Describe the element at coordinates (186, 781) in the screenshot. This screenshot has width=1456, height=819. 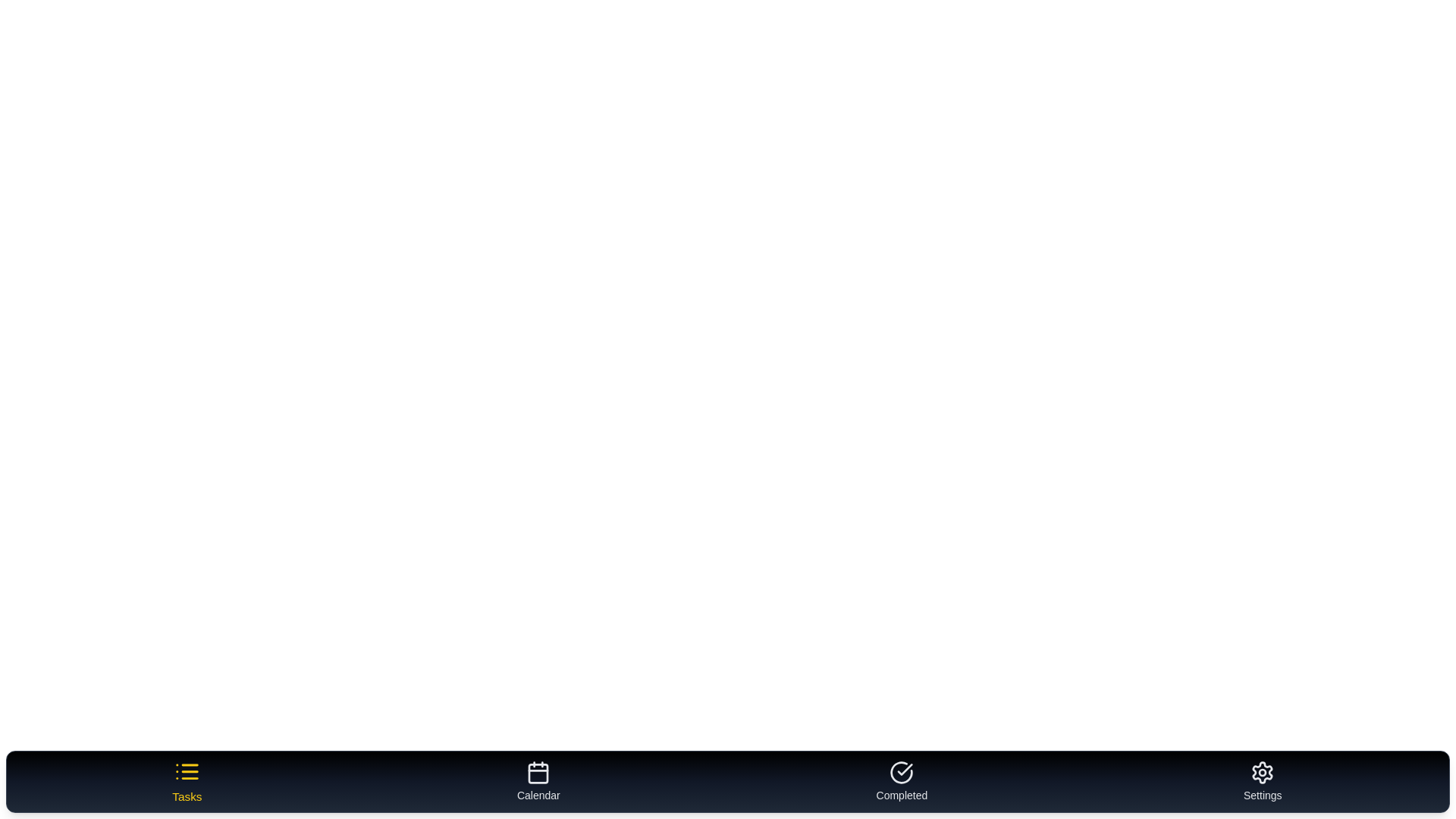
I see `the Tasks tab by clicking on it` at that location.